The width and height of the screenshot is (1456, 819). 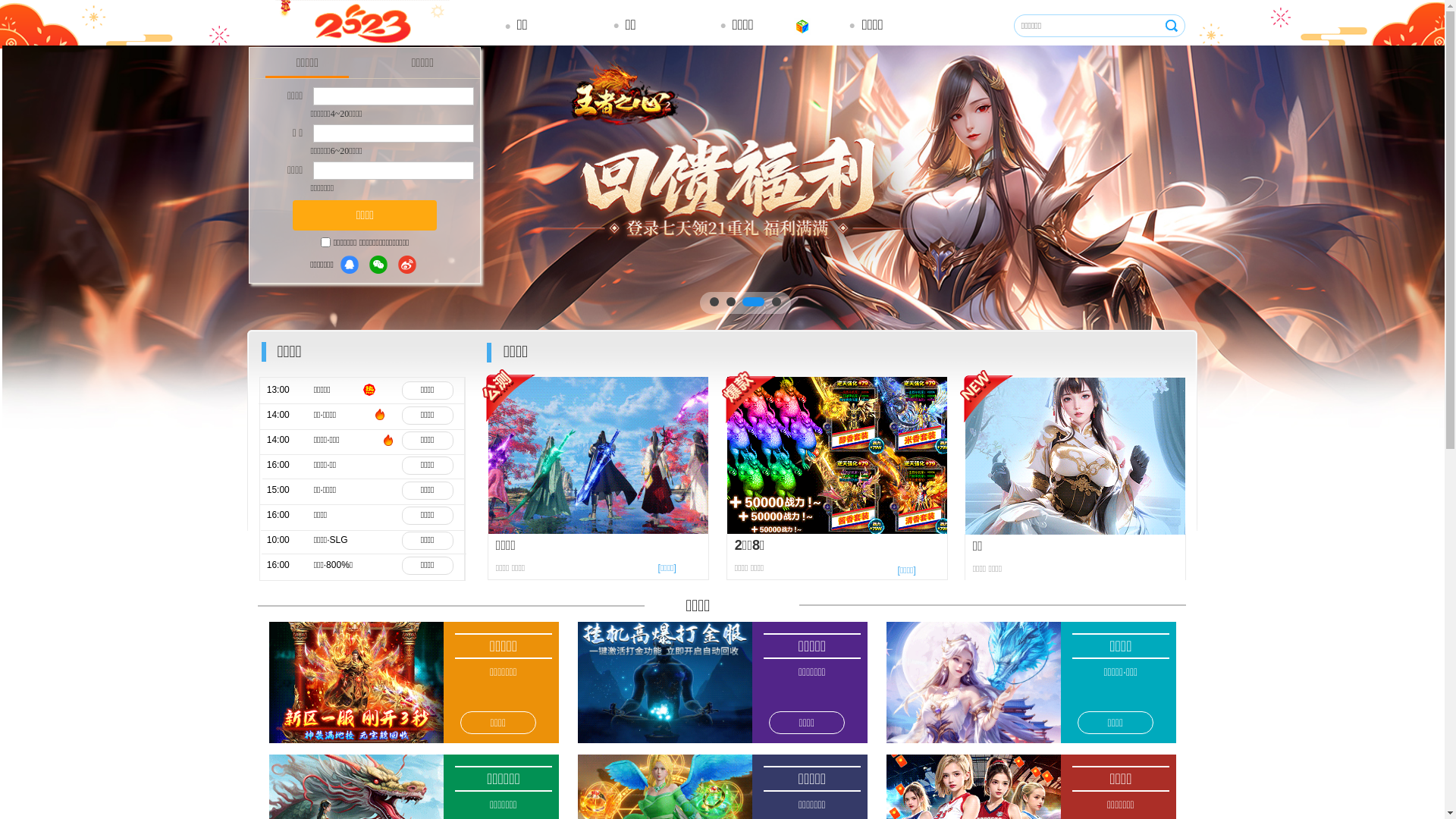 What do you see at coordinates (288, 415) in the screenshot?
I see `'14:00'` at bounding box center [288, 415].